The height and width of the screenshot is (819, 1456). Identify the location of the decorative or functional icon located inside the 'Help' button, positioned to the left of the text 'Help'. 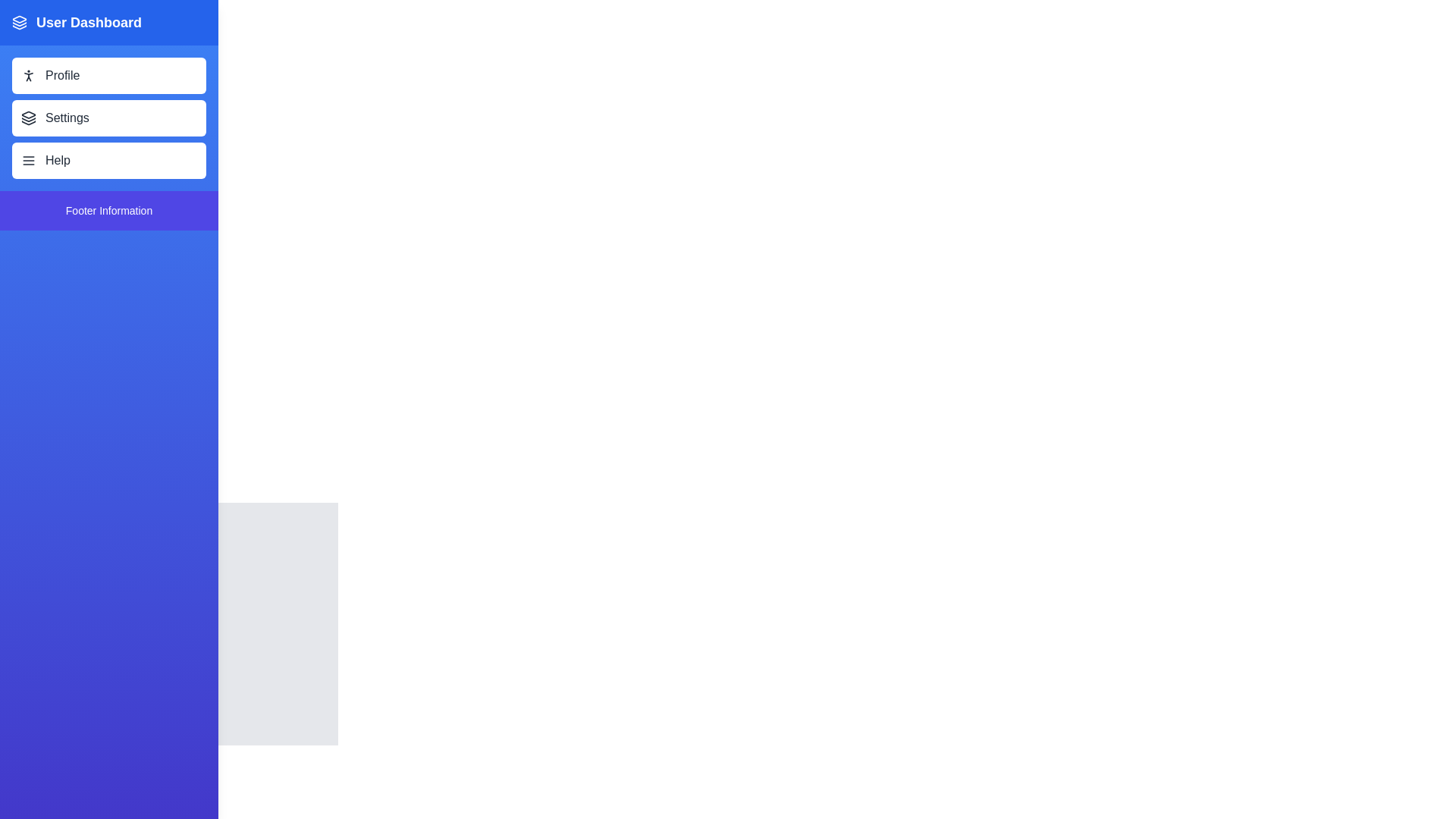
(29, 161).